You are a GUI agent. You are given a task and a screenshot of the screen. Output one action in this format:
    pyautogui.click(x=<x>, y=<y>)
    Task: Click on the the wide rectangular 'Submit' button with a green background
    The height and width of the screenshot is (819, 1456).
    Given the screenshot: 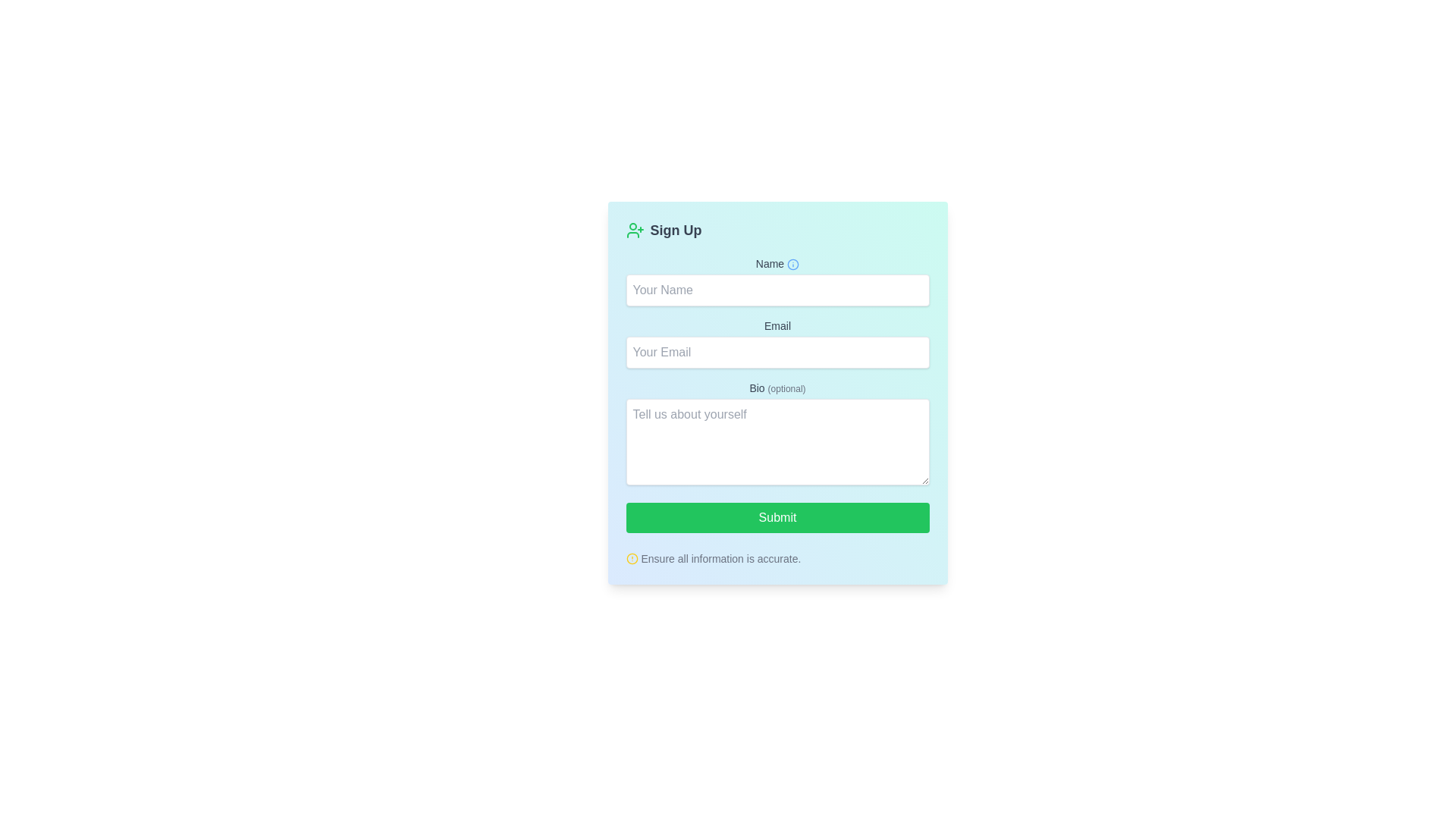 What is the action you would take?
    pyautogui.click(x=777, y=516)
    